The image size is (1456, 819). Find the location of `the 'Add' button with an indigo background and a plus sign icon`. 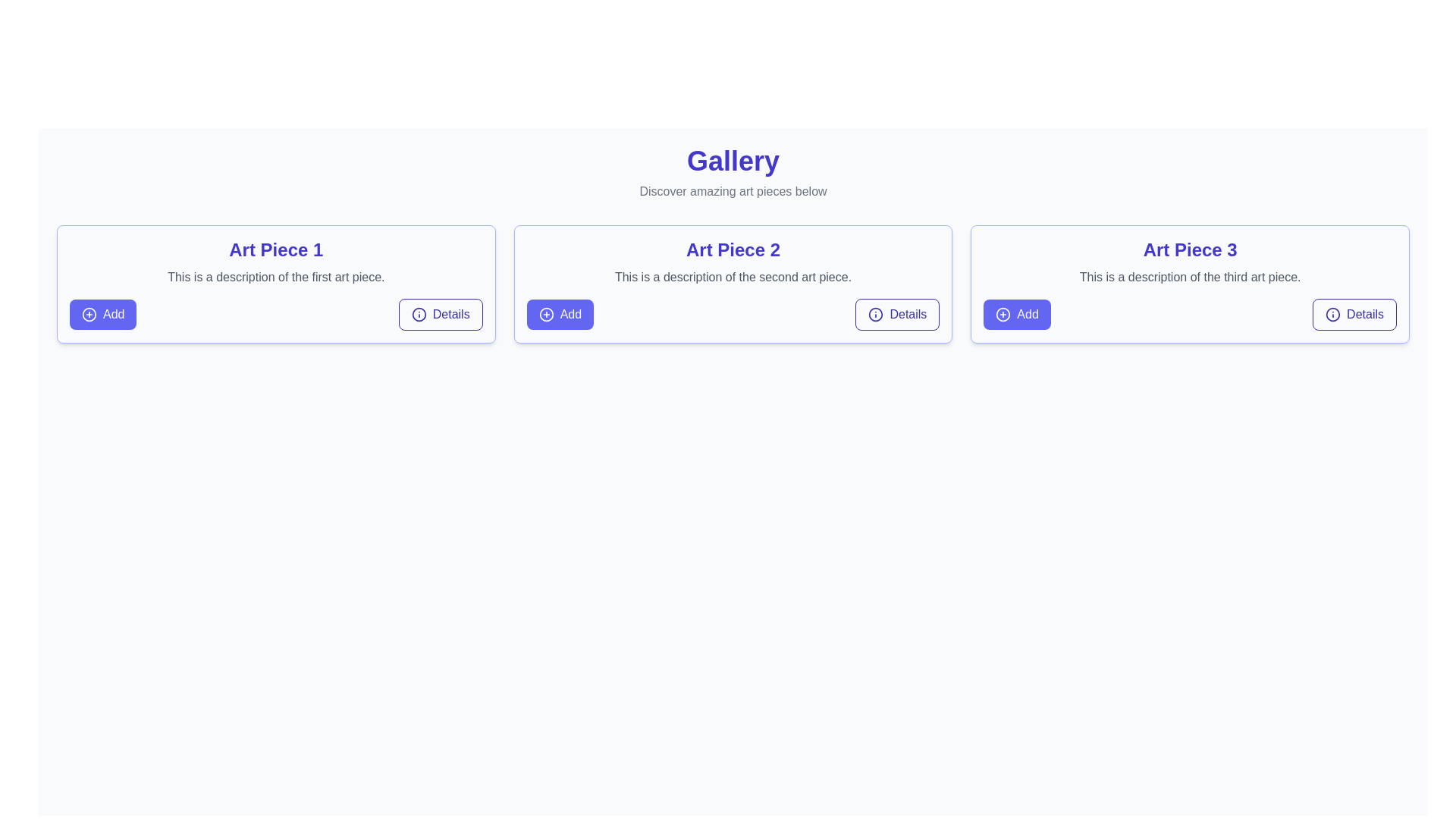

the 'Add' button with an indigo background and a plus sign icon is located at coordinates (1017, 314).